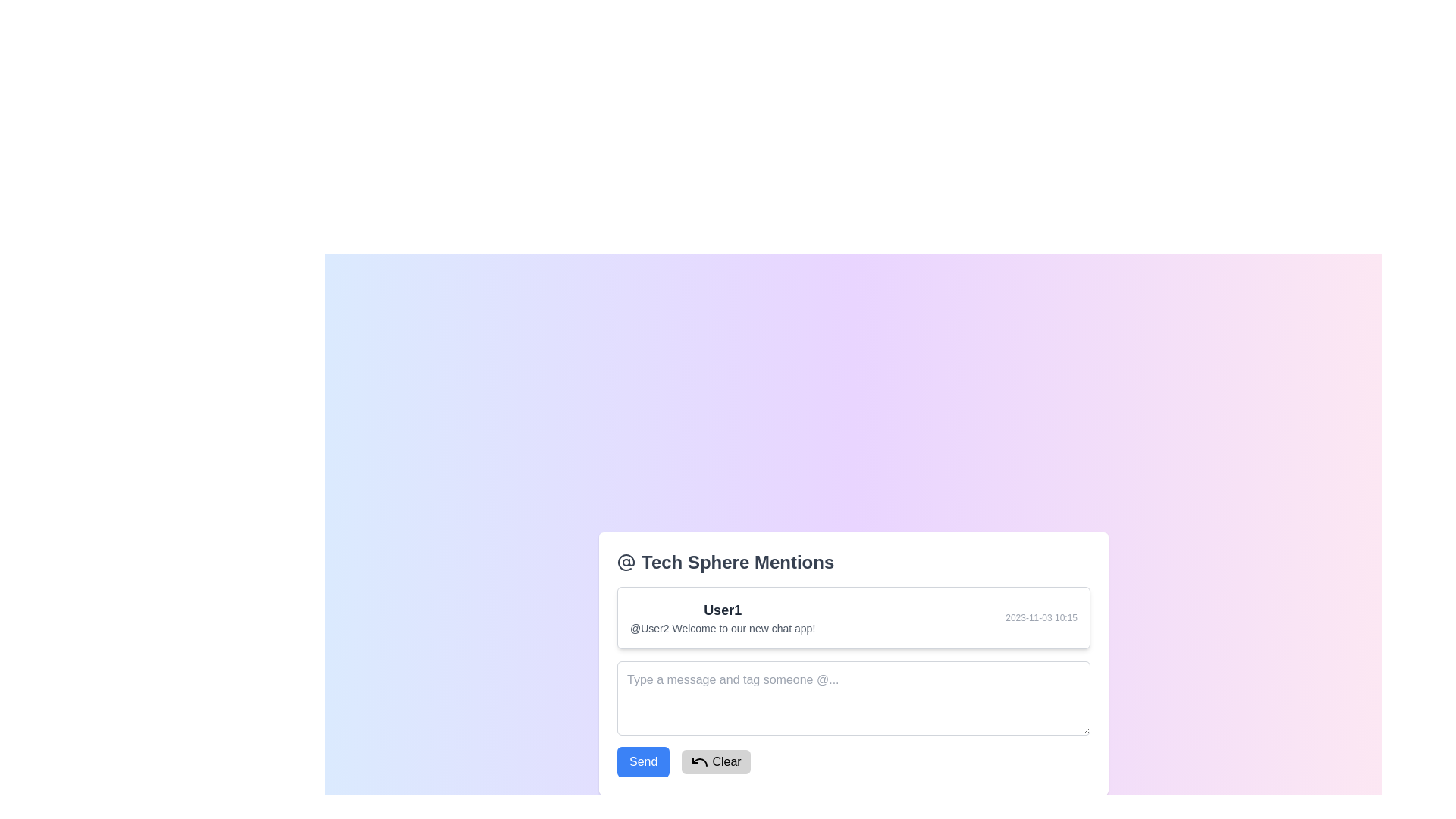  I want to click on the Text Display element that prominently shows 'User1' followed by '@User2 Welcome to our new chat app!' in a chat interface, so click(722, 617).